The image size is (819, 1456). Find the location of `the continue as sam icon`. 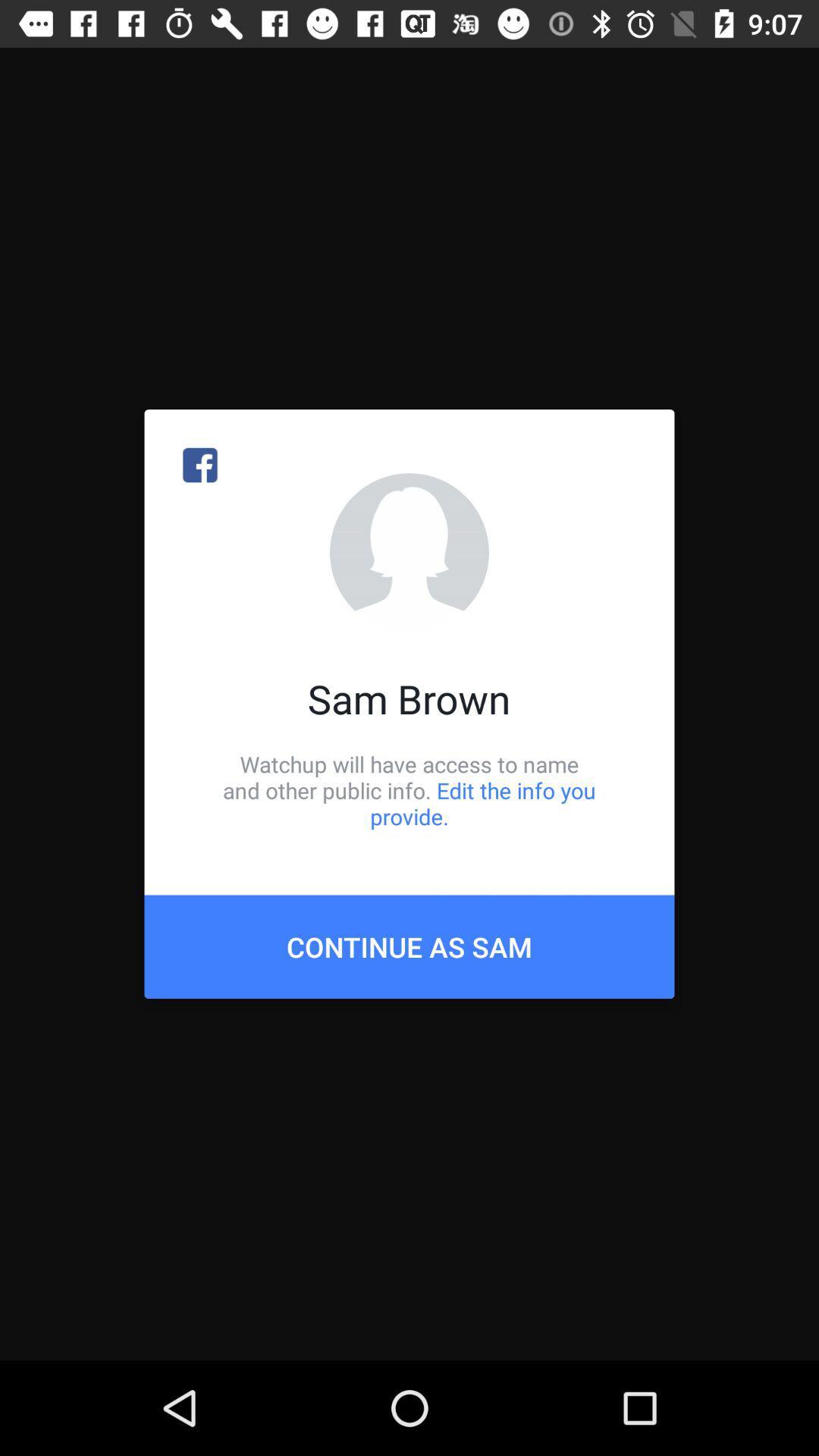

the continue as sam icon is located at coordinates (409, 946).